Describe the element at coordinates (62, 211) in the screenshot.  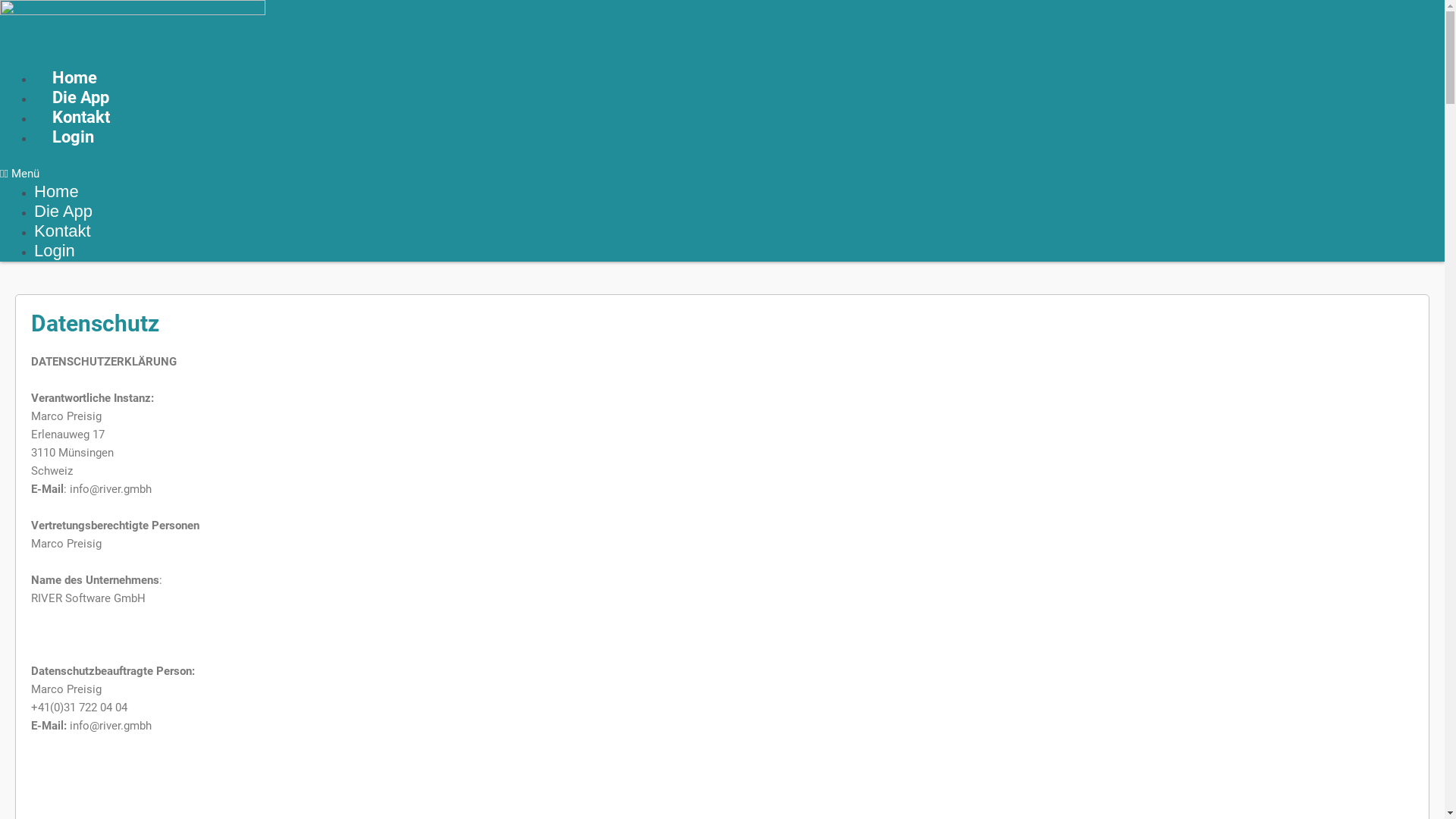
I see `'Die App'` at that location.